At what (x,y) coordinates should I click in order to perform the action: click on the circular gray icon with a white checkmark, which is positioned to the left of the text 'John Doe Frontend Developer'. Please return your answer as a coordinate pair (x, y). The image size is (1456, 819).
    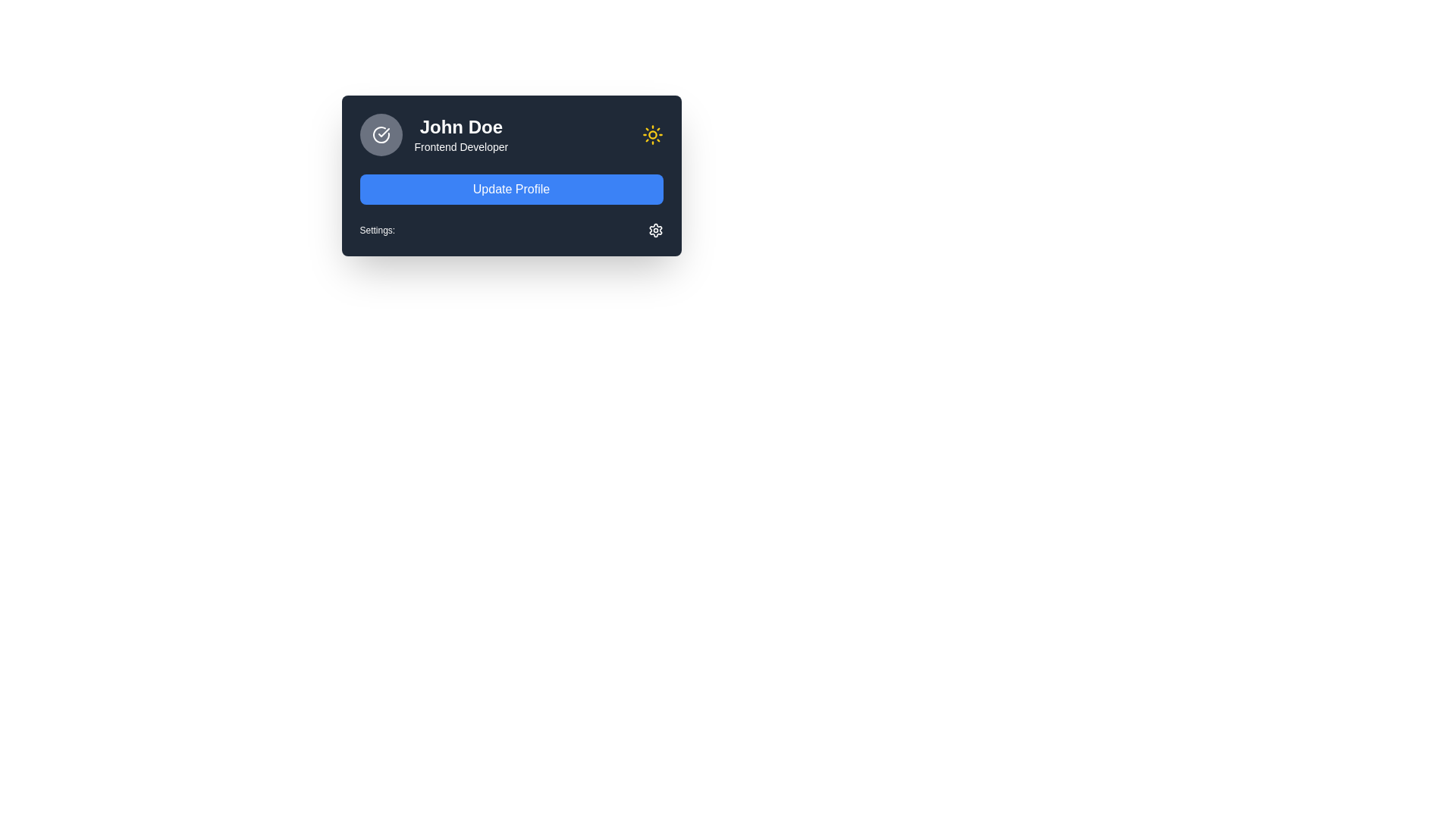
    Looking at the image, I should click on (381, 133).